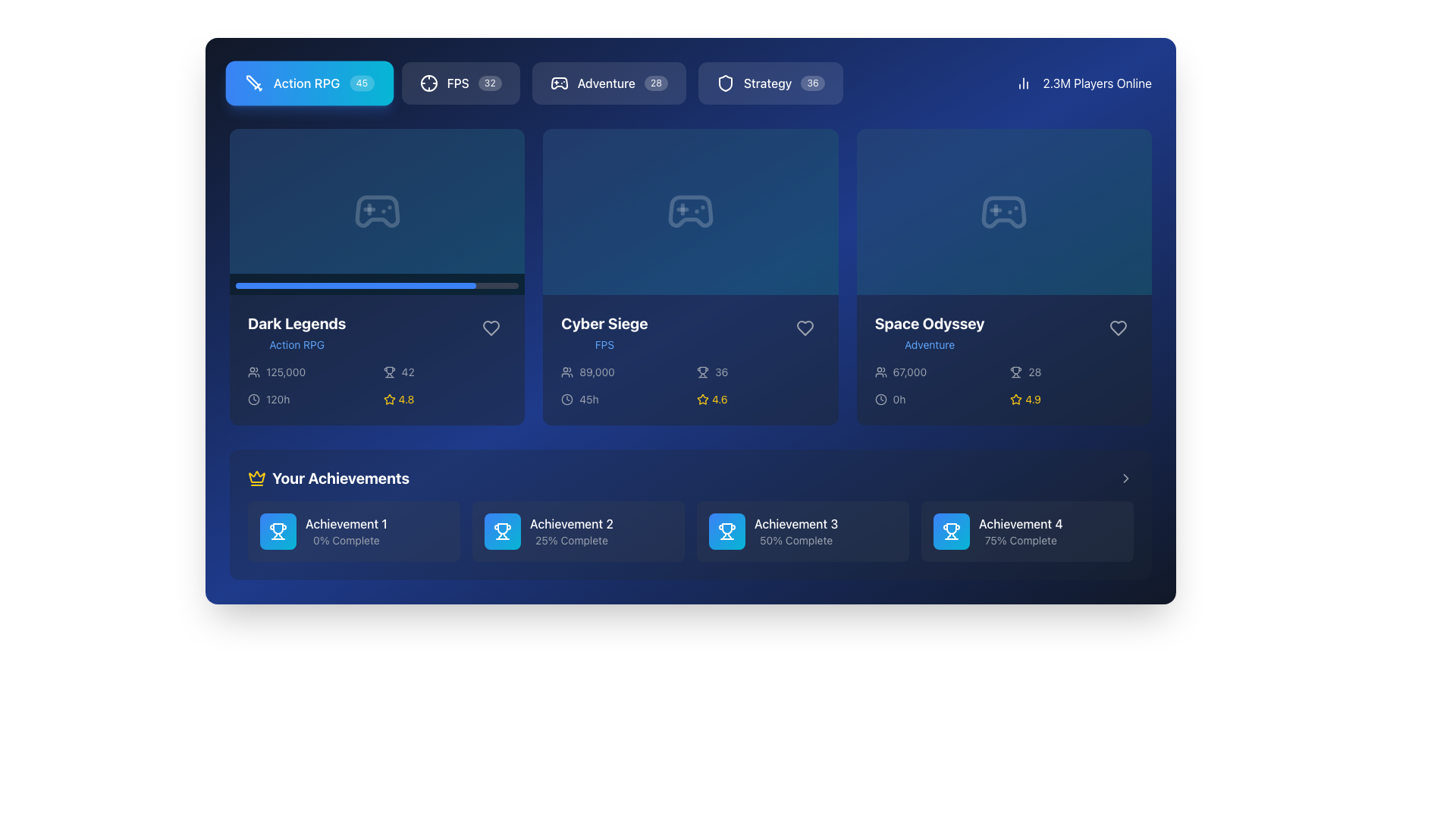  What do you see at coordinates (377, 212) in the screenshot?
I see `the game controller icon that is centrally located within the 'Dark Legends' game card, styled with a blue theme and white outlines` at bounding box center [377, 212].